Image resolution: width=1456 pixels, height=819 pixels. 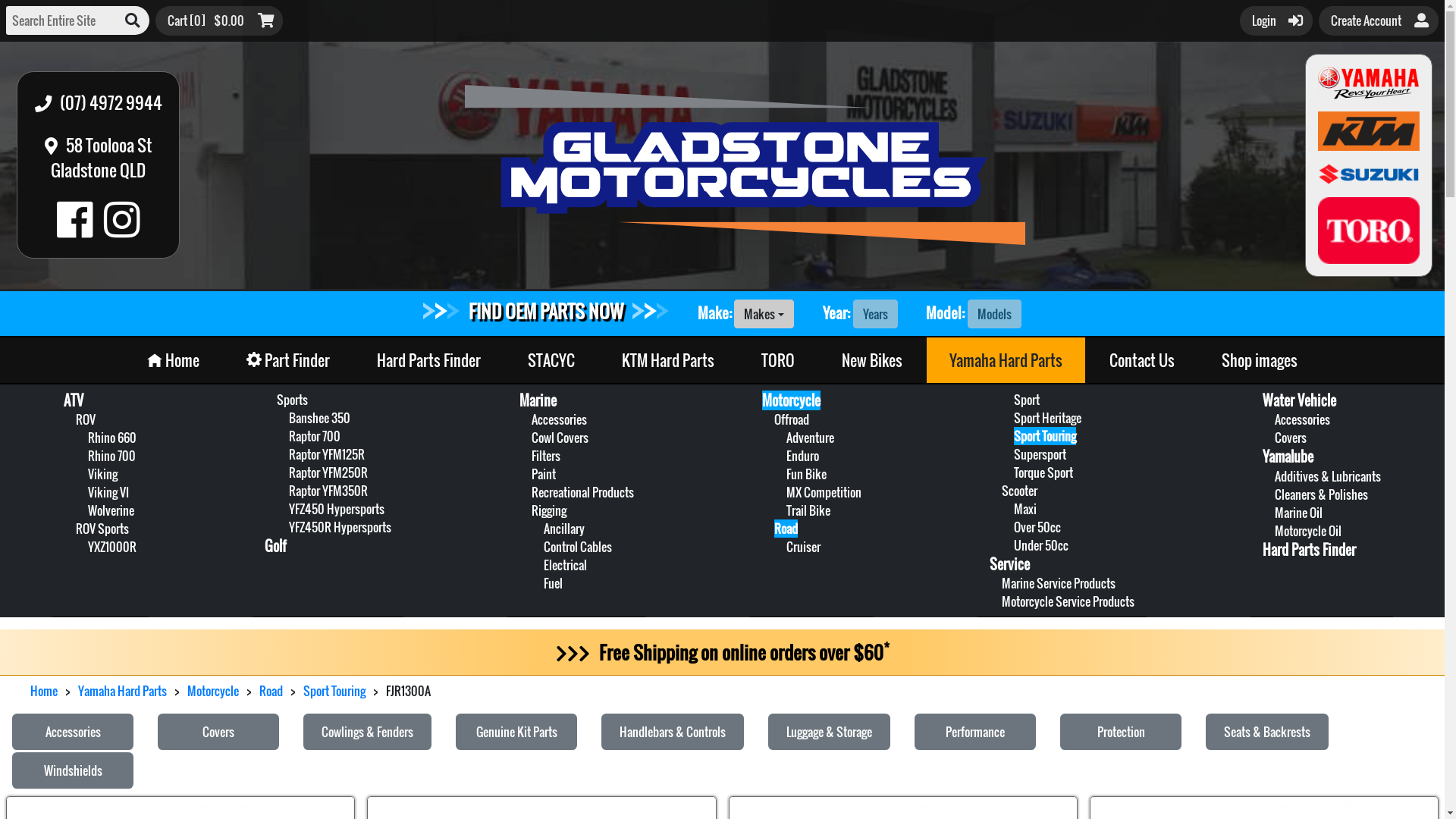 I want to click on 'Enduro', so click(x=802, y=455).